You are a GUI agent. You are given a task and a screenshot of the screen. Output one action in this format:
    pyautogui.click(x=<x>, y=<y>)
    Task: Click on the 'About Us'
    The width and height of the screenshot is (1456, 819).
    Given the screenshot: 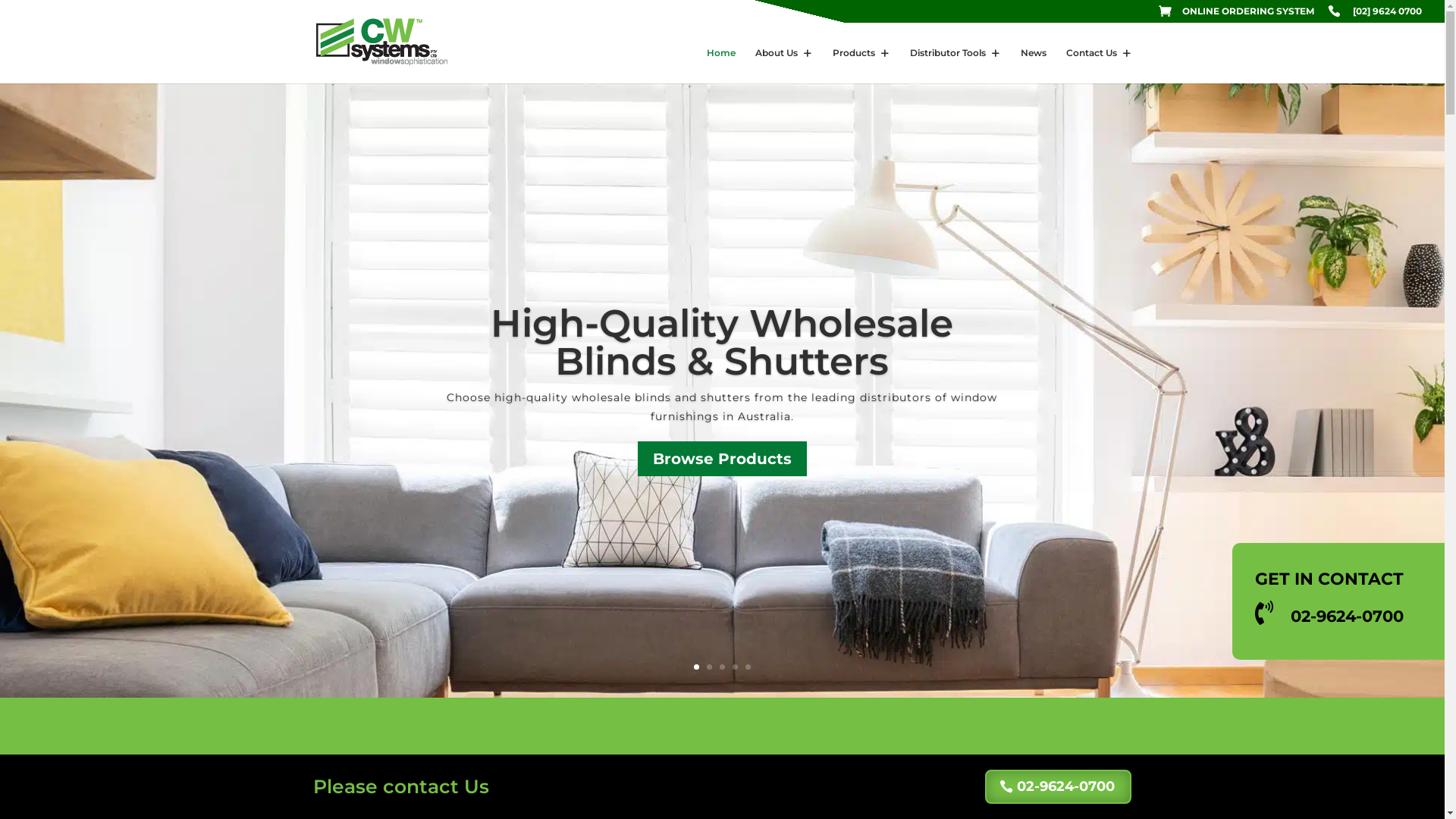 What is the action you would take?
    pyautogui.click(x=783, y=64)
    